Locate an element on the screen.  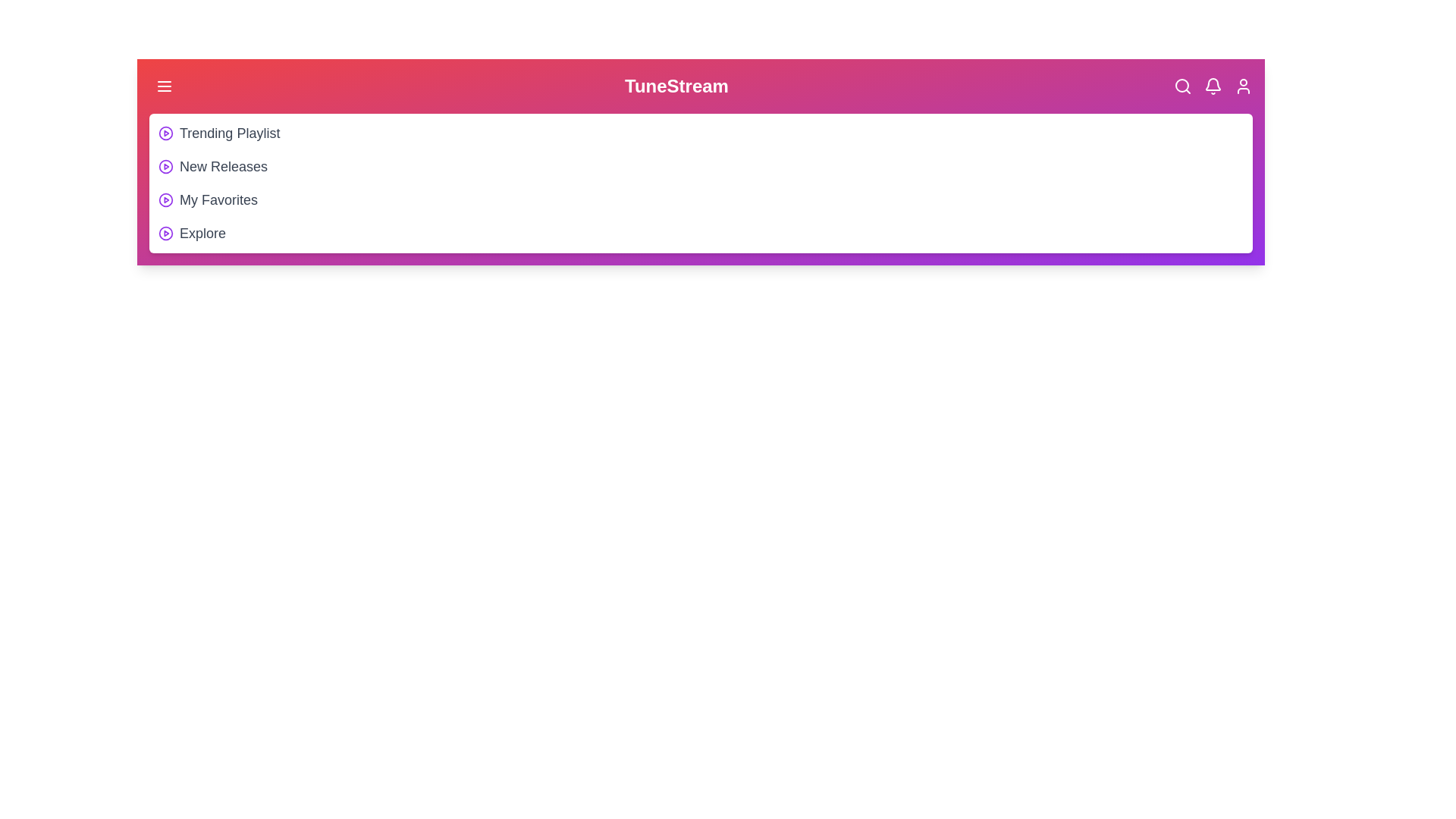
the playlist item Trending Playlist is located at coordinates (228, 133).